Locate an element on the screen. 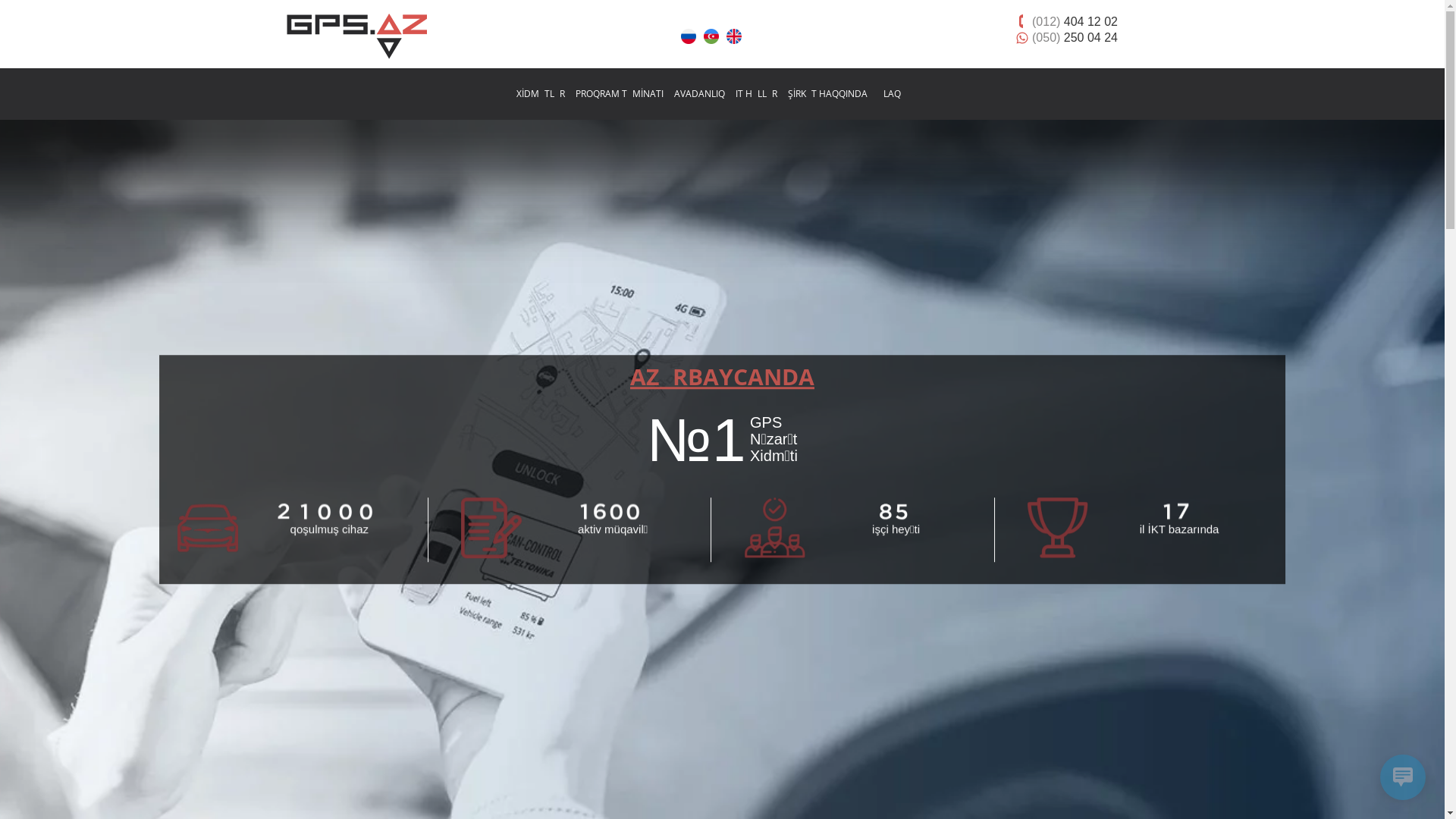 Image resolution: width=1456 pixels, height=819 pixels. 'AVADANLIQ' is located at coordinates (698, 93).